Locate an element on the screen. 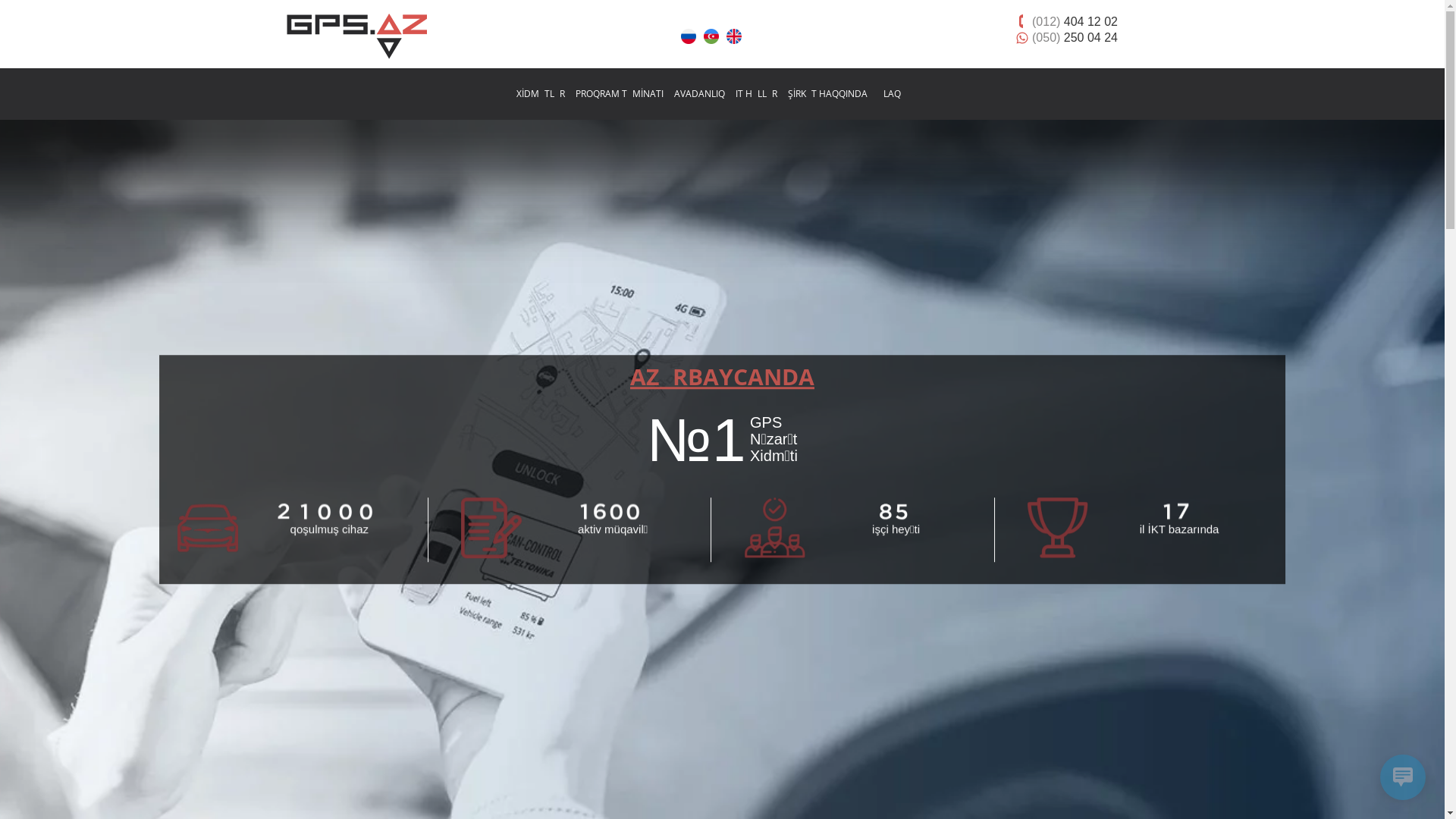 Image resolution: width=1456 pixels, height=819 pixels. 'AVADANLIQ' is located at coordinates (698, 93).